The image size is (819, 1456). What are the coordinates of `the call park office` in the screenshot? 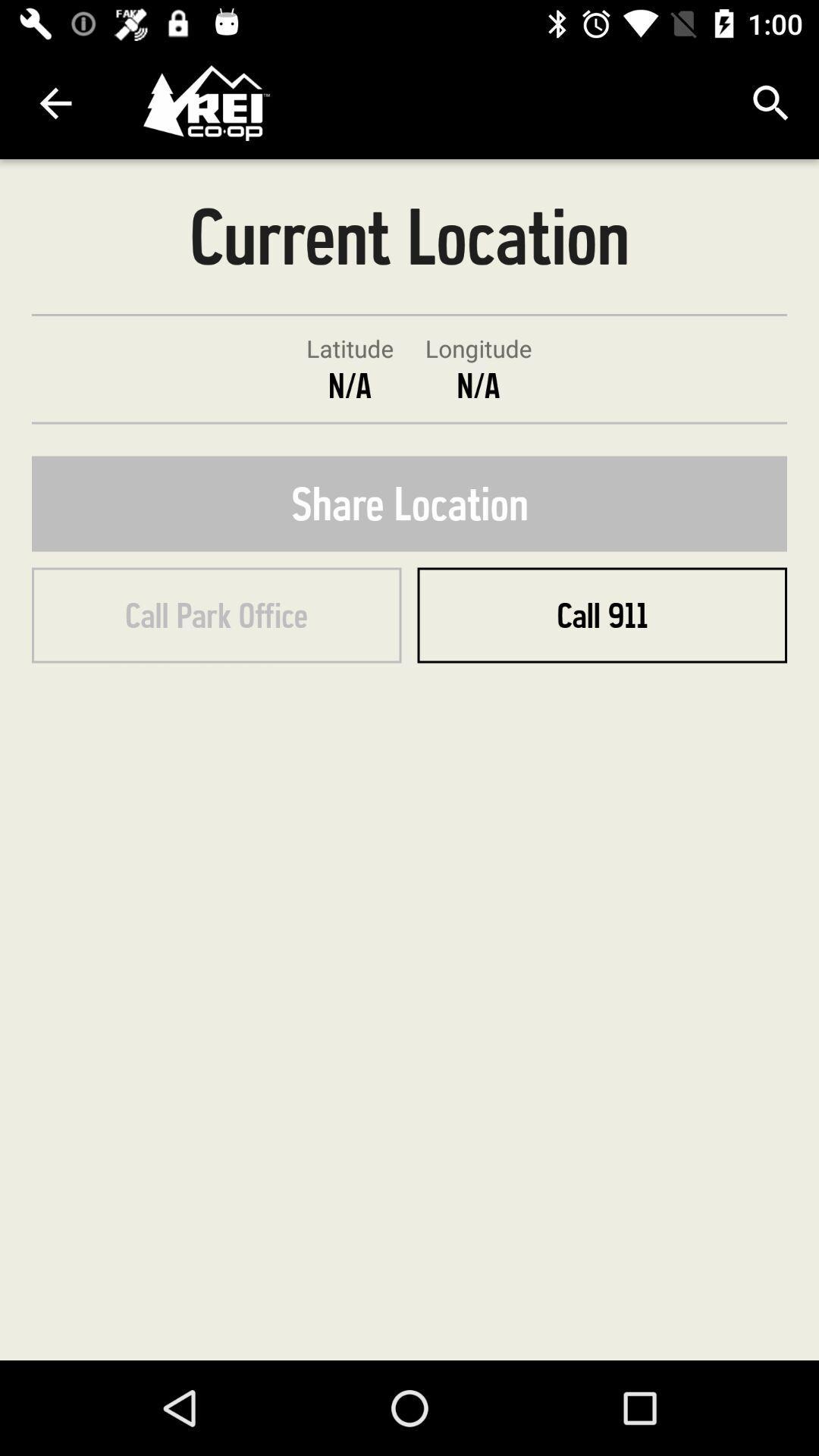 It's located at (216, 615).